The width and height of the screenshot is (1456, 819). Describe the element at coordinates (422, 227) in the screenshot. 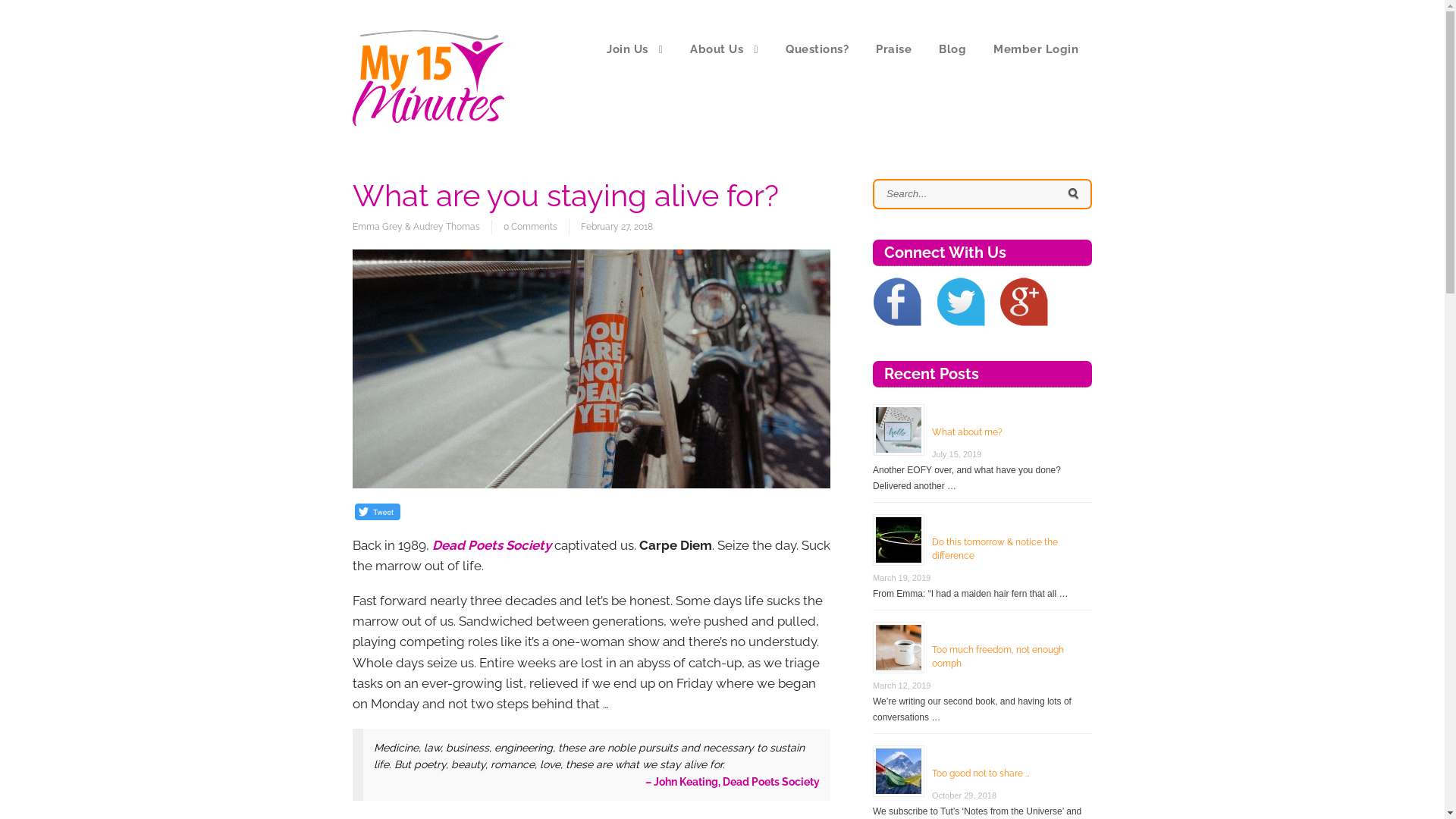

I see `'Emma Grey & Audrey Thomas'` at that location.